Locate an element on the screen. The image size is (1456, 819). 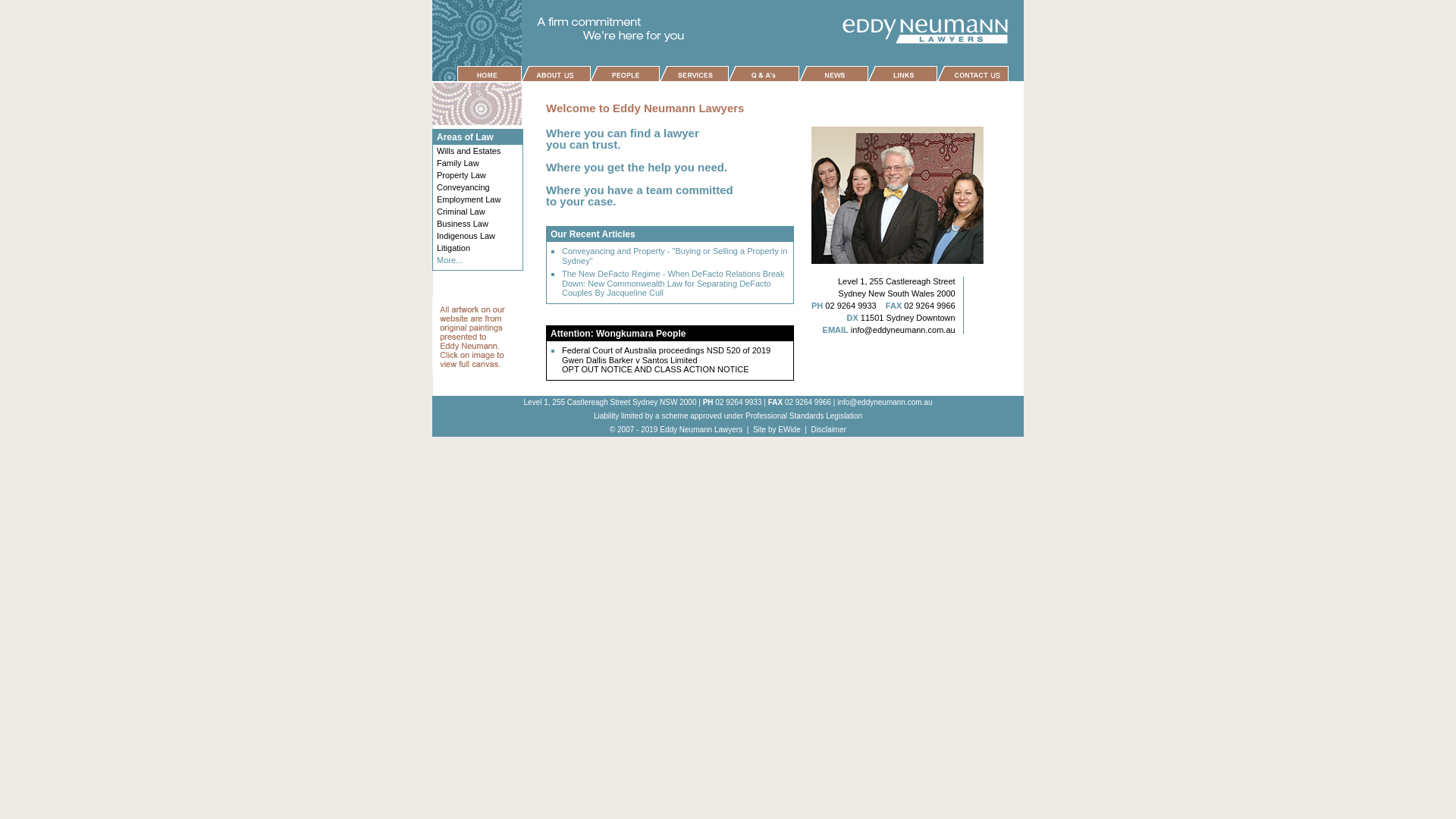
'Disclaimer' is located at coordinates (827, 429).